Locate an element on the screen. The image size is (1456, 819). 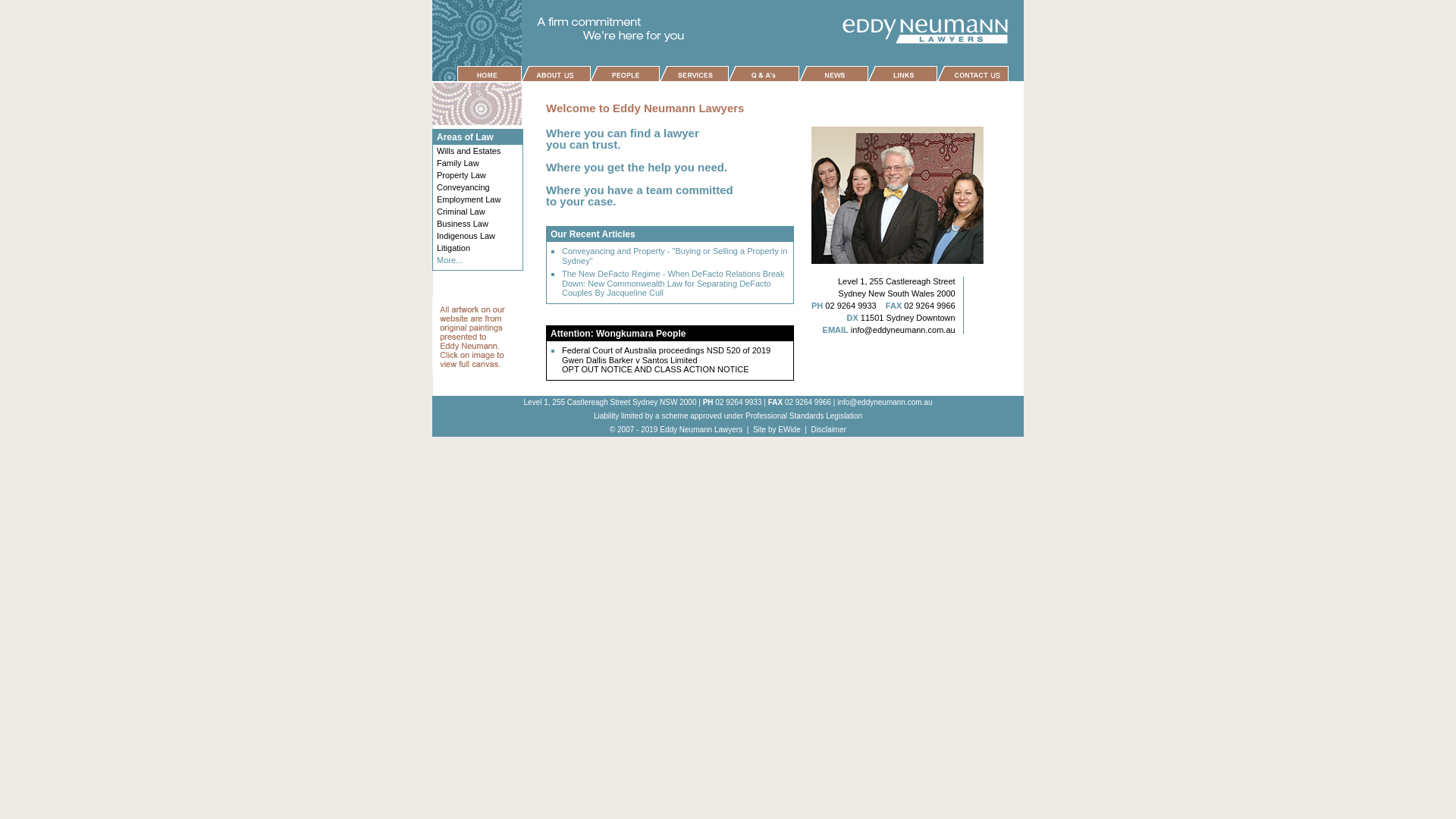
'Disclaimer' is located at coordinates (827, 429).